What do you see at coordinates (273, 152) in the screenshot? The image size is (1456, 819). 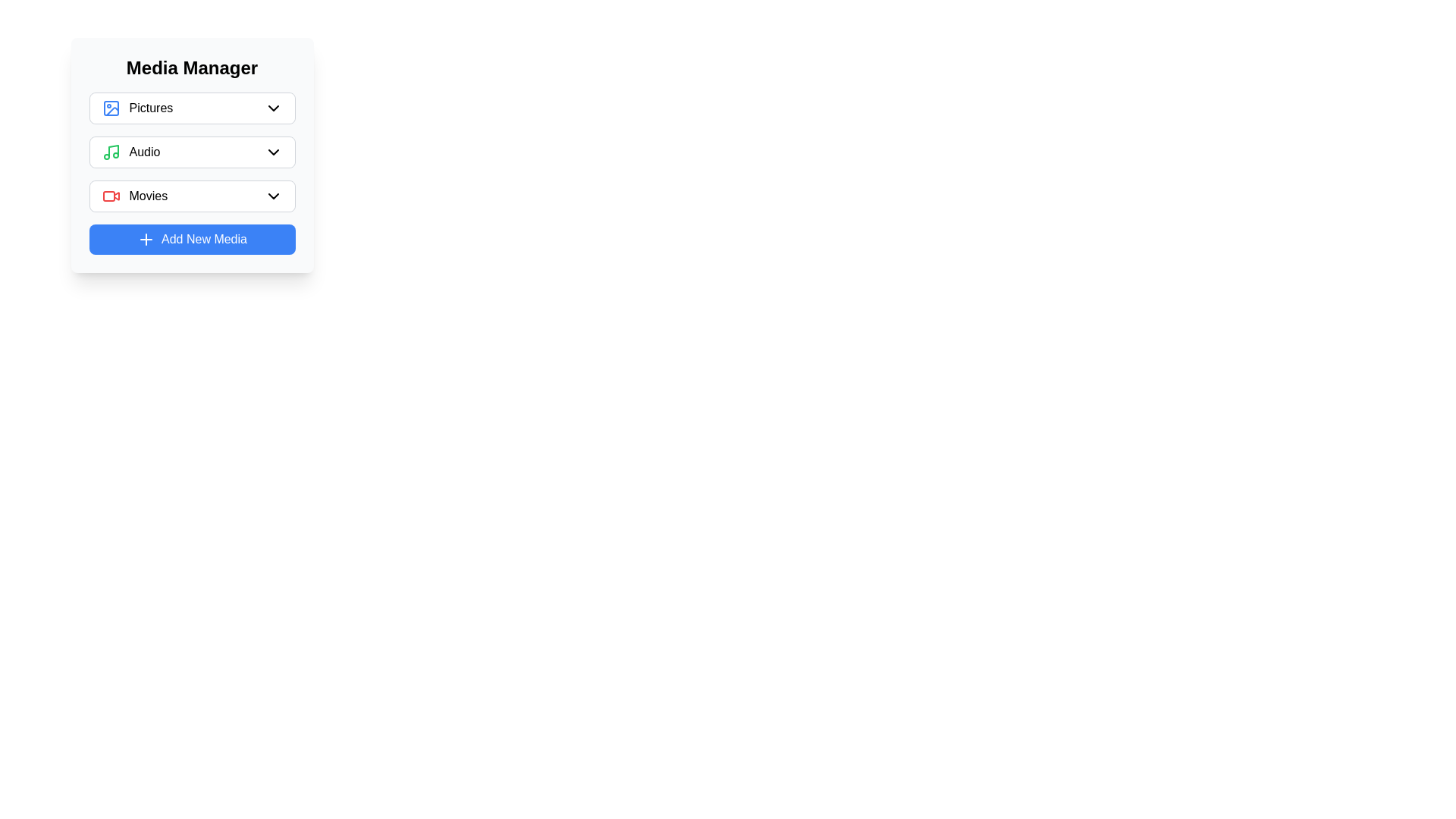 I see `the rightmost icon within the 'Audio' dropdown button area` at bounding box center [273, 152].